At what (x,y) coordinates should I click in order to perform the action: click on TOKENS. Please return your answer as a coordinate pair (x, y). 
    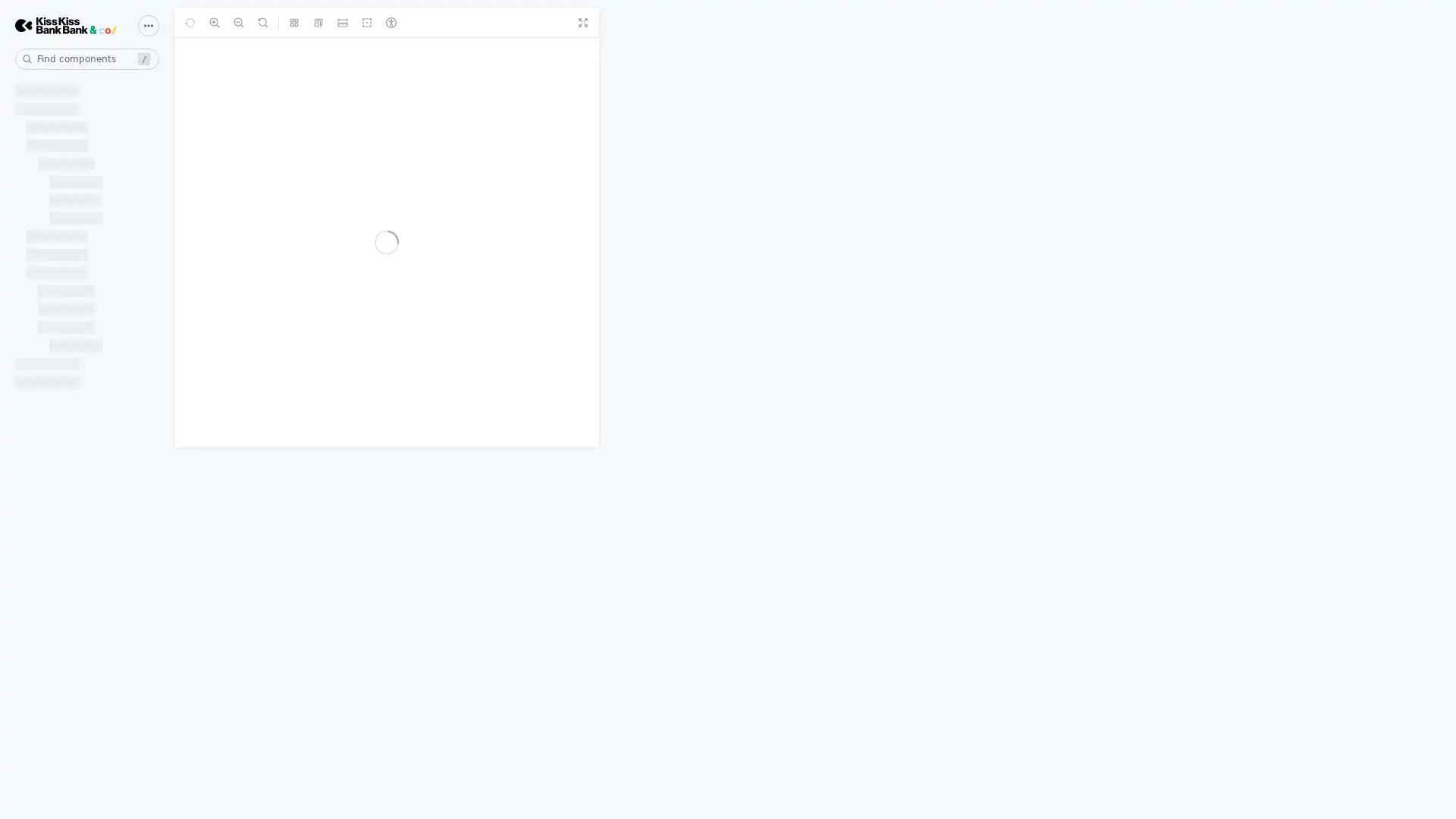
    Looking at the image, I should click on (39, 289).